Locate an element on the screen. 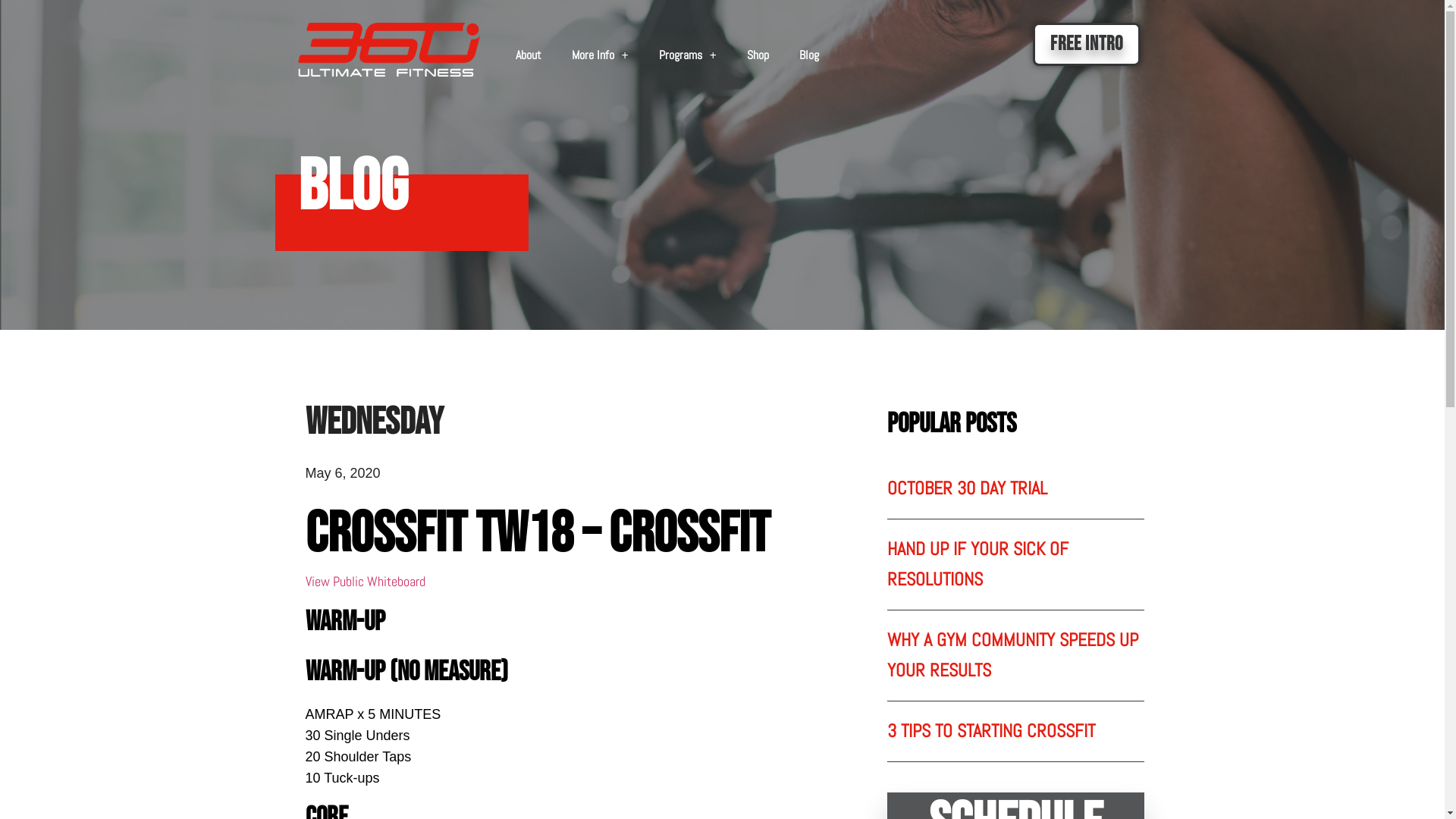  'FREE INTRO' is located at coordinates (1086, 43).